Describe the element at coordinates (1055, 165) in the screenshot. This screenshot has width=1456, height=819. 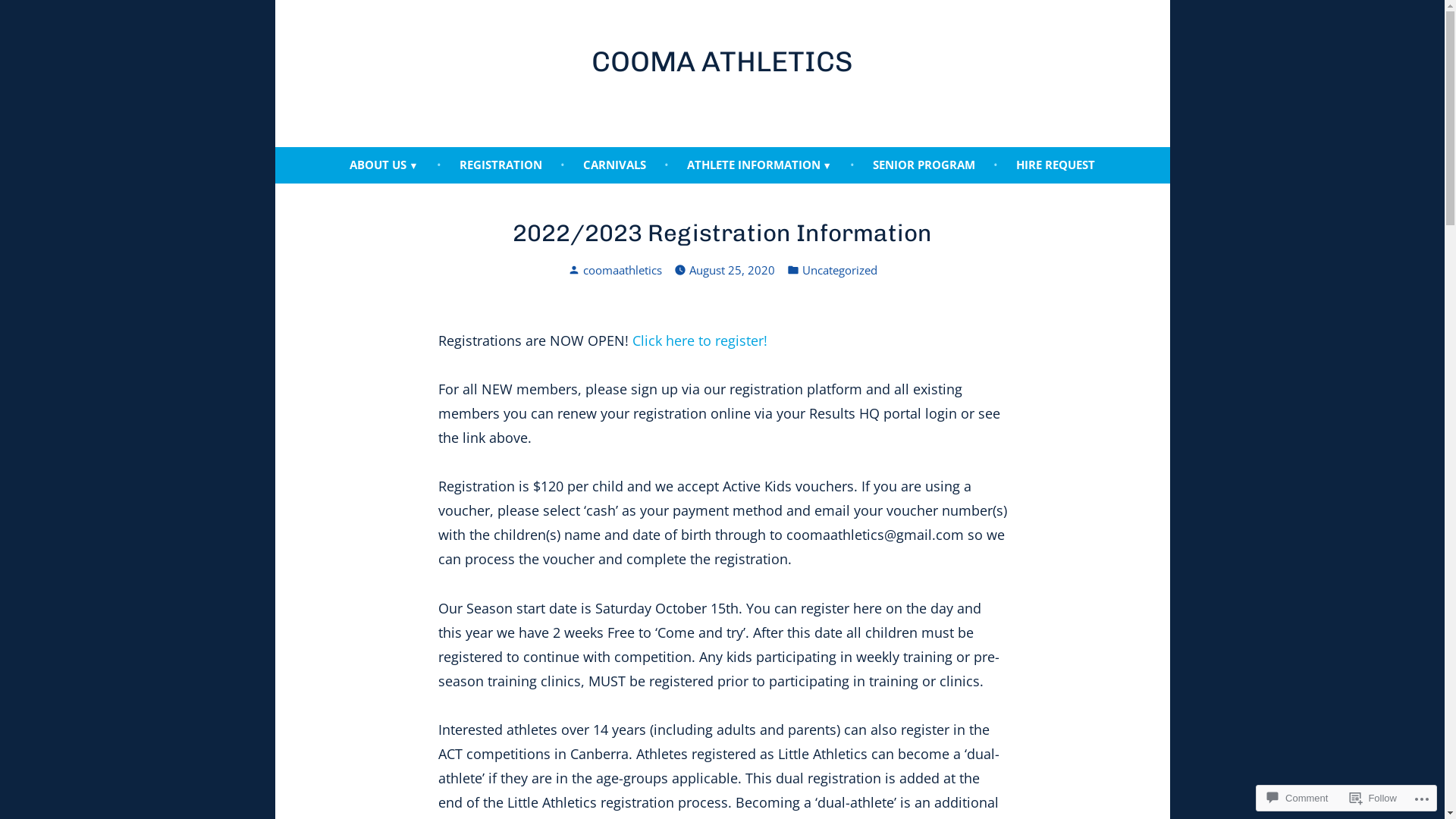
I see `'HIRE REQUEST'` at that location.